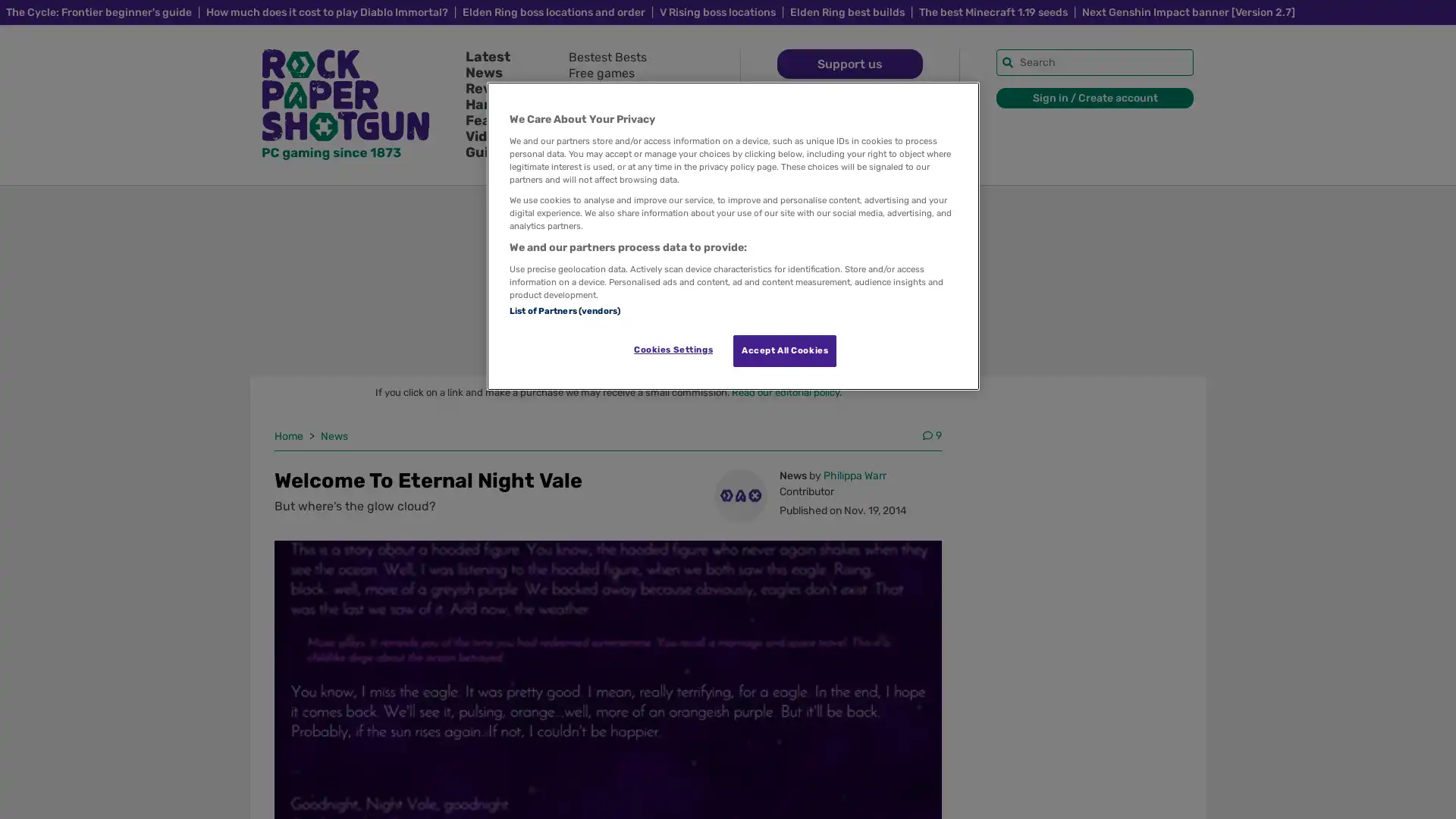  Describe the element at coordinates (672, 350) in the screenshot. I see `Cookies Settings` at that location.